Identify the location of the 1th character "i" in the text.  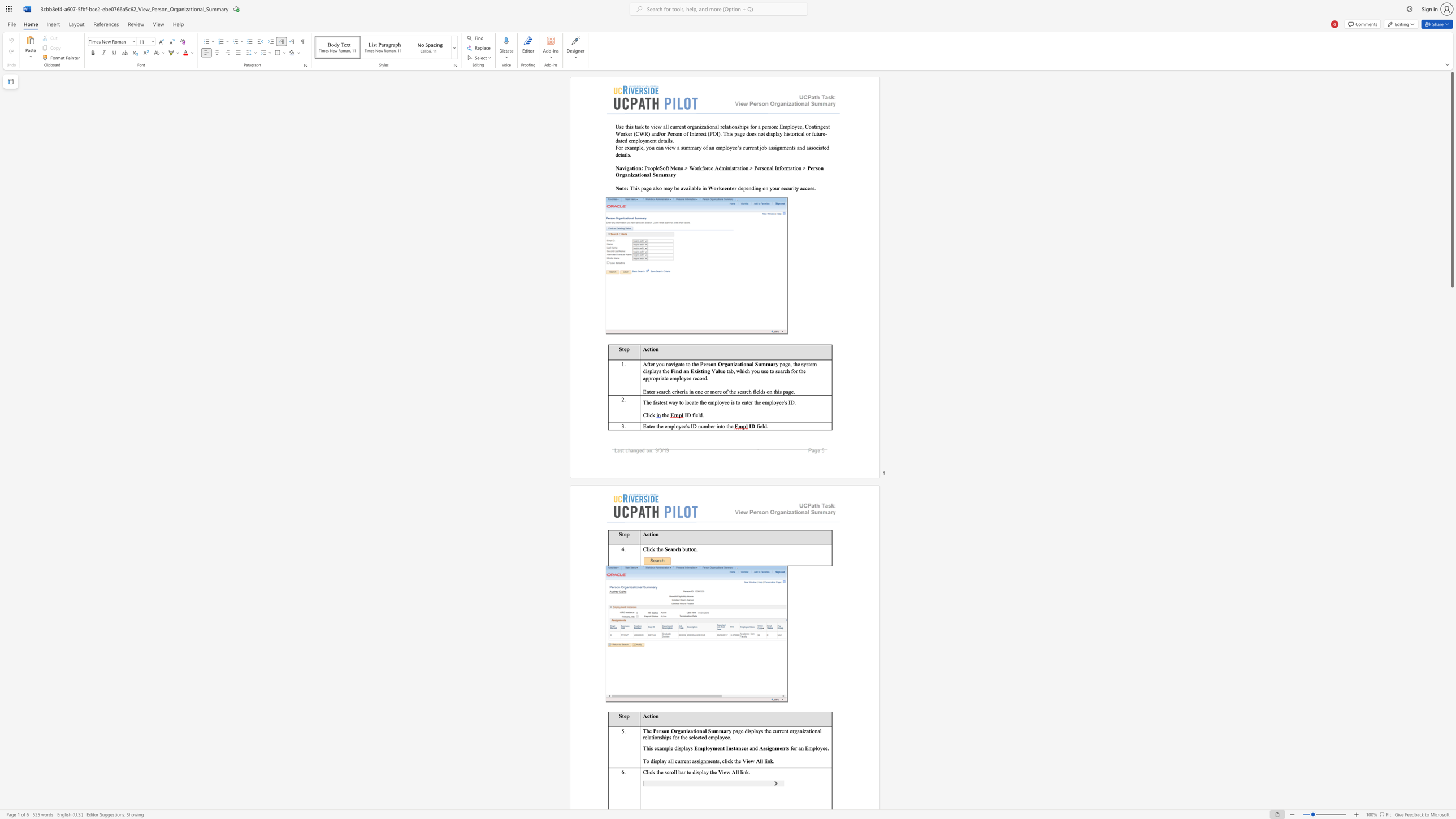
(626, 168).